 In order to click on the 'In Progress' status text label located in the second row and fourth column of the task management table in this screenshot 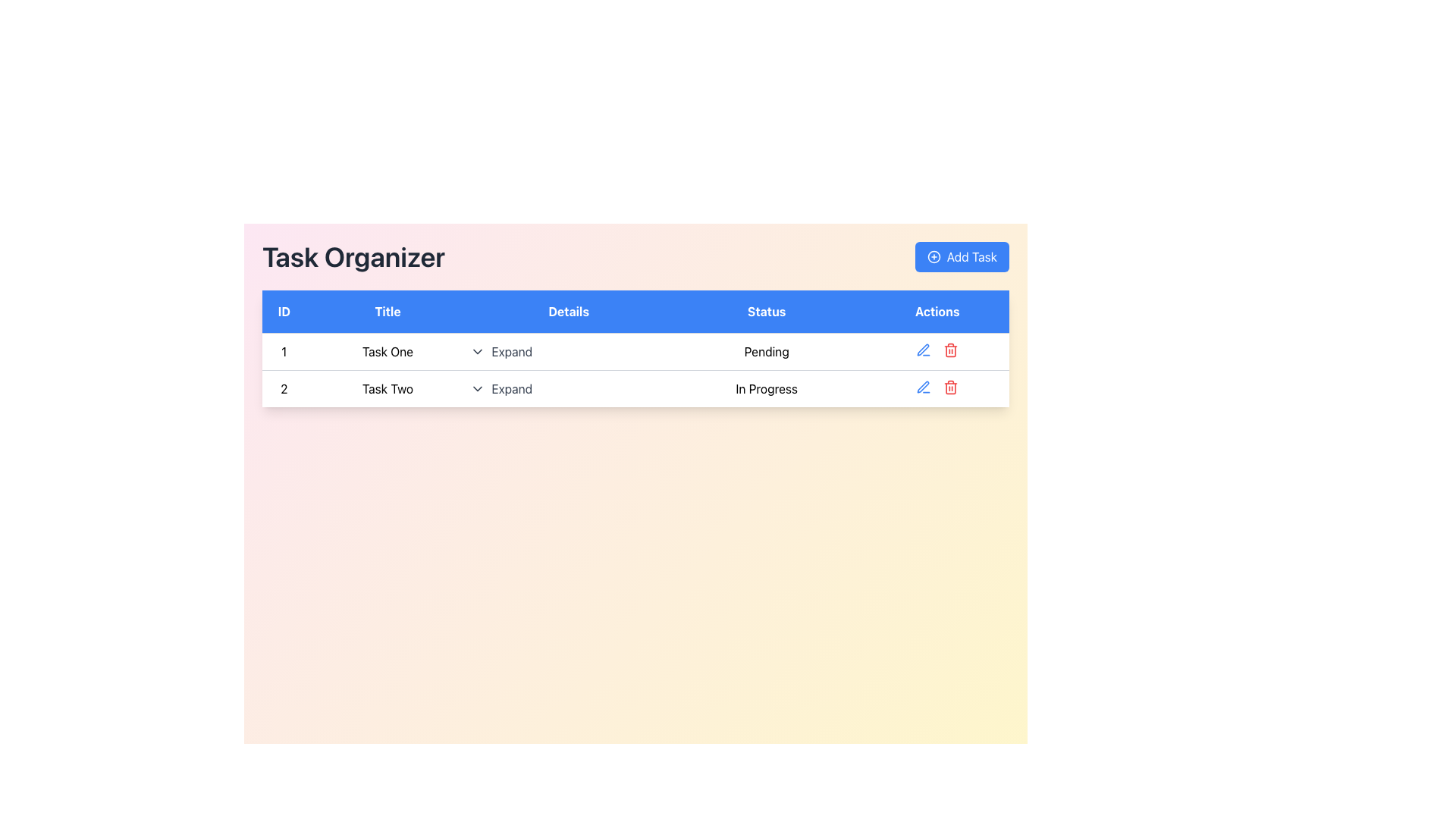, I will do `click(767, 388)`.